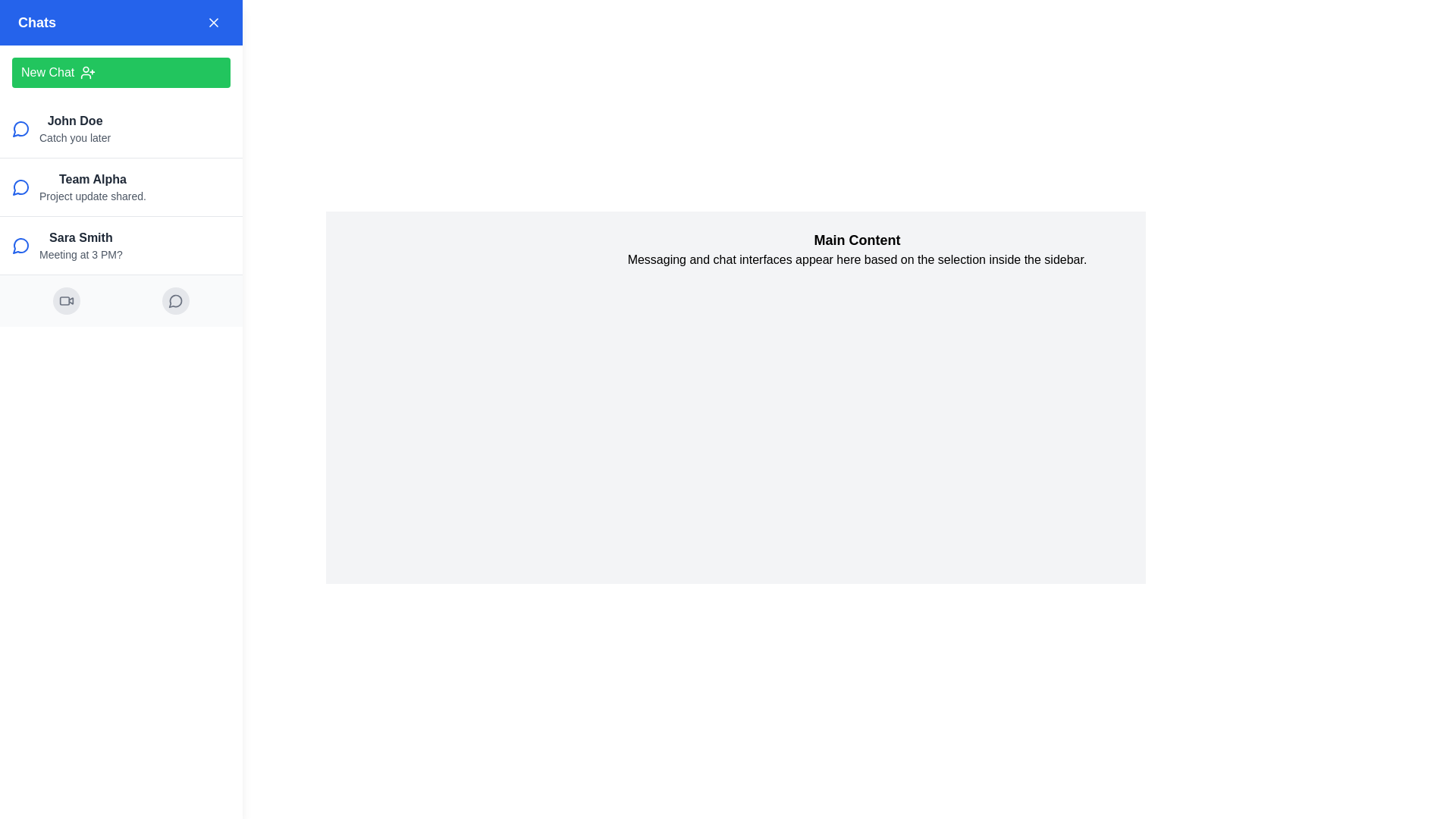  I want to click on the chat bubble icon indicating the 'Team Alpha' chat entry in the sidebar, so click(20, 187).